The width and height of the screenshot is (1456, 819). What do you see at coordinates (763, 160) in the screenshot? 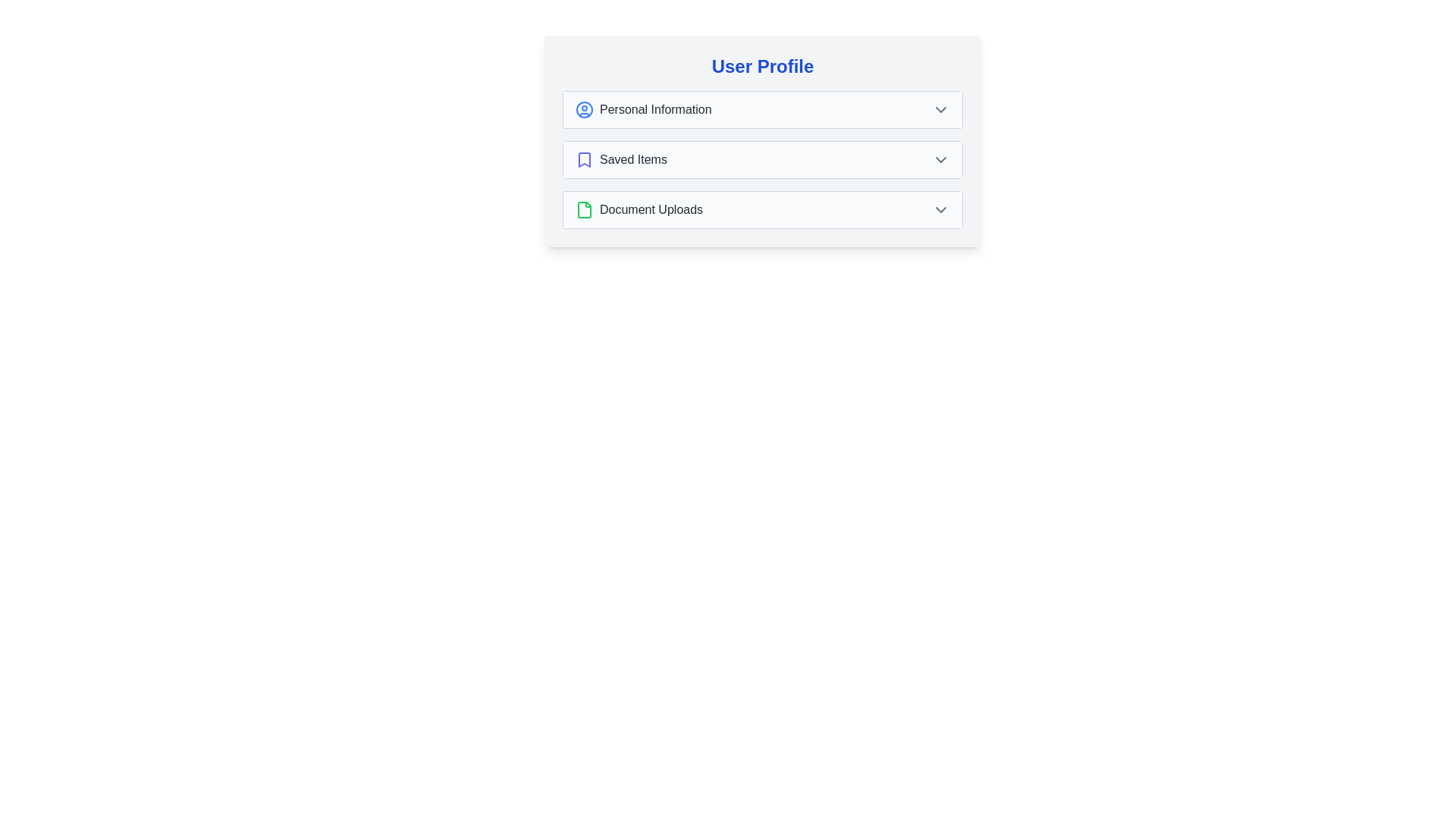
I see `the 'Saved Items' expandable menu item located under the 'User Profile' section` at bounding box center [763, 160].